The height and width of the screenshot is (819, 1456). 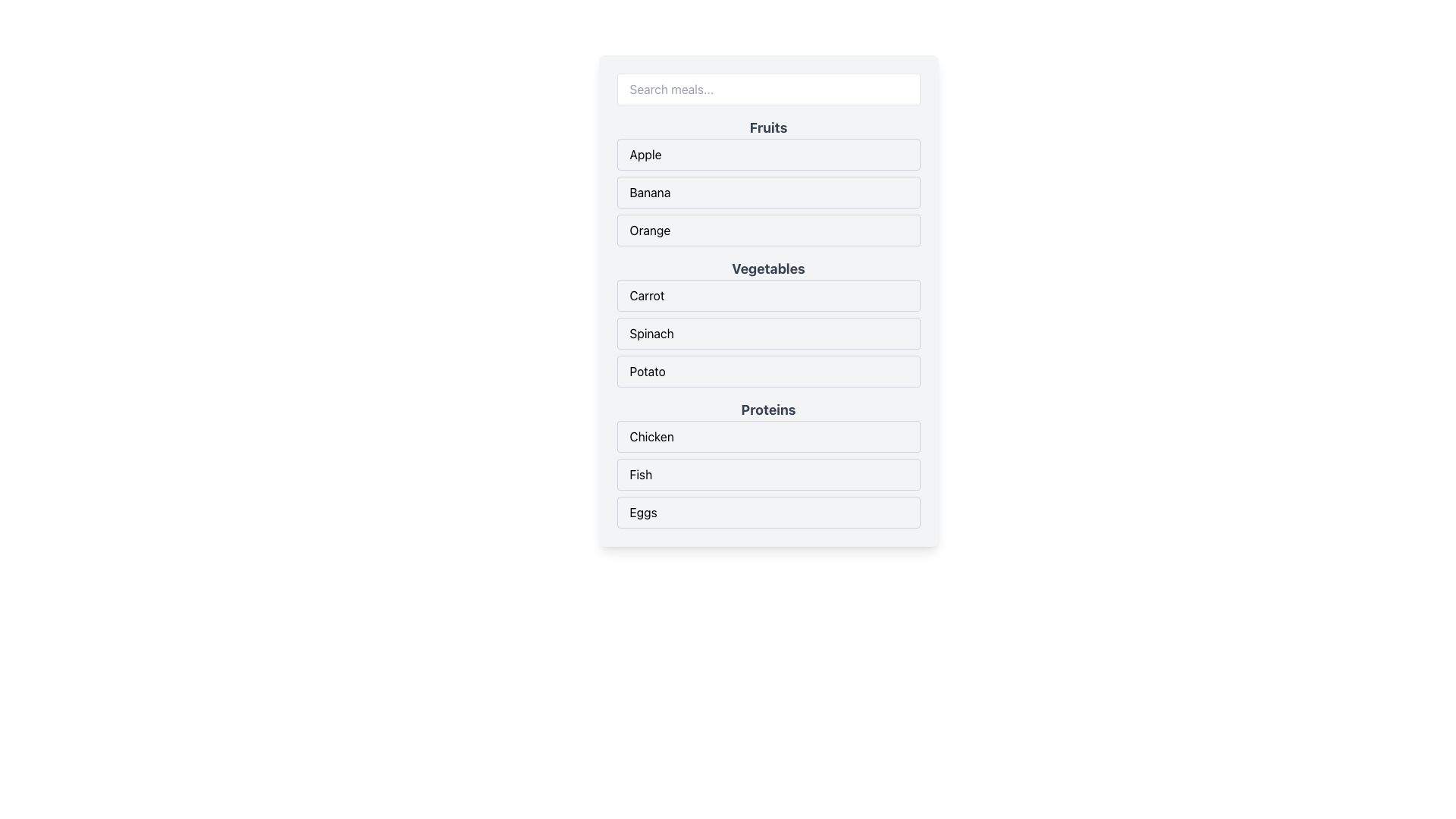 What do you see at coordinates (768, 268) in the screenshot?
I see `the header label that groups the list of vegetables, located centrally at the top of the section` at bounding box center [768, 268].